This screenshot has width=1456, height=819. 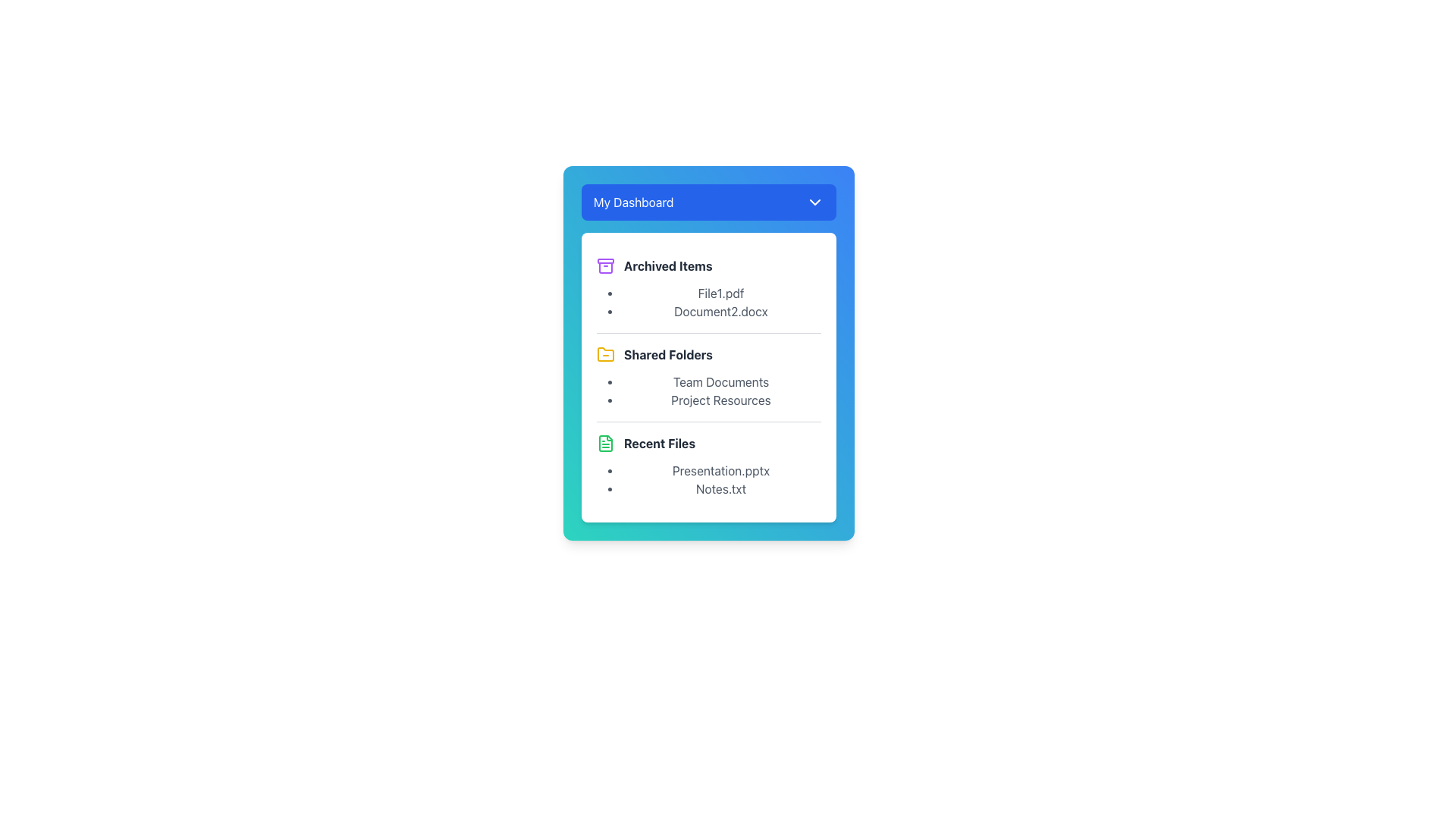 What do you see at coordinates (720, 488) in the screenshot?
I see `the 'Notes.txt' text item in the bulleted list under the 'Recent Files' section` at bounding box center [720, 488].